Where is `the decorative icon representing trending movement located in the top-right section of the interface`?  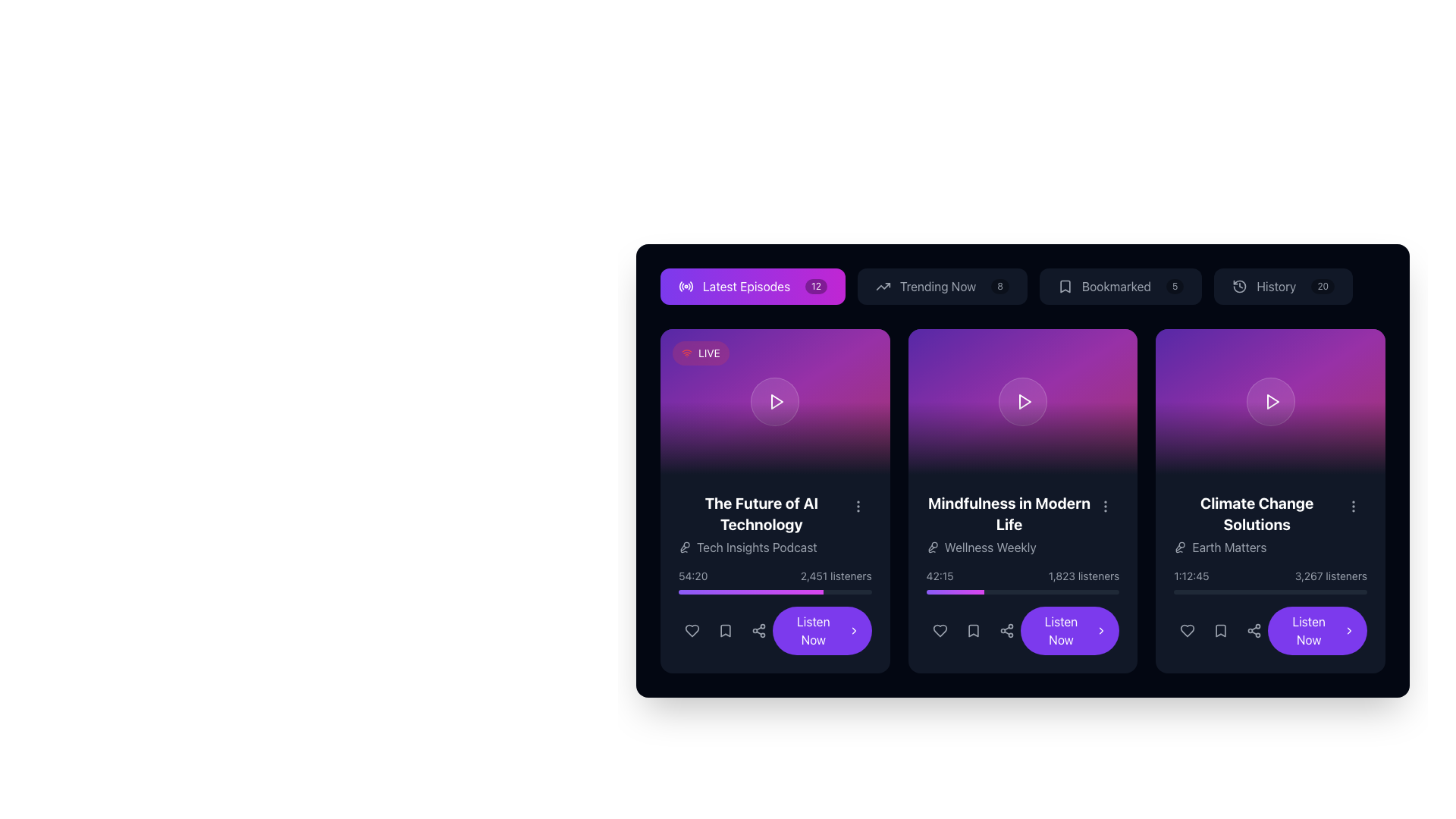 the decorative icon representing trending movement located in the top-right section of the interface is located at coordinates (883, 287).